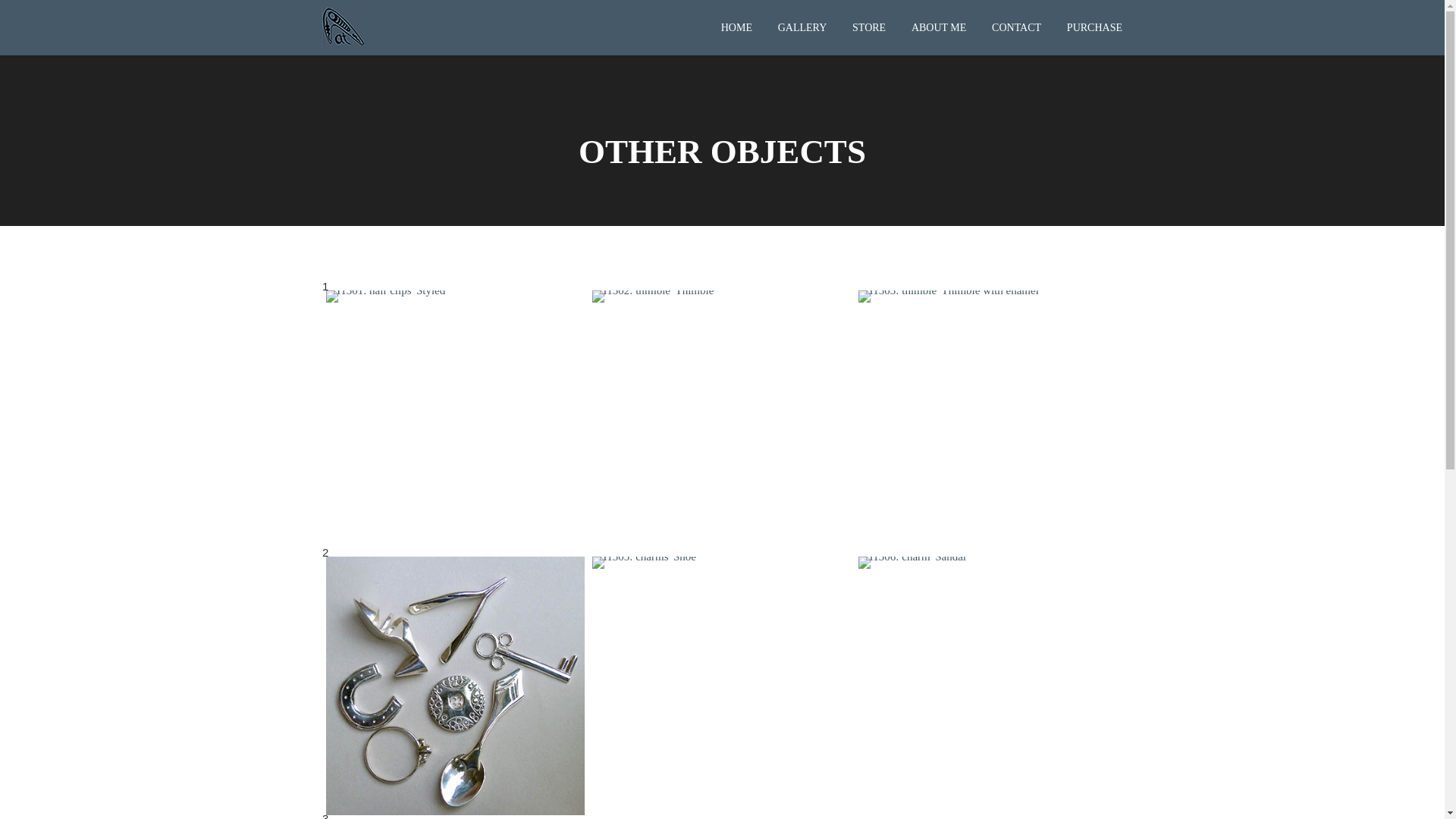 Image resolution: width=1456 pixels, height=819 pixels. What do you see at coordinates (980, 27) in the screenshot?
I see `'CONTACT'` at bounding box center [980, 27].